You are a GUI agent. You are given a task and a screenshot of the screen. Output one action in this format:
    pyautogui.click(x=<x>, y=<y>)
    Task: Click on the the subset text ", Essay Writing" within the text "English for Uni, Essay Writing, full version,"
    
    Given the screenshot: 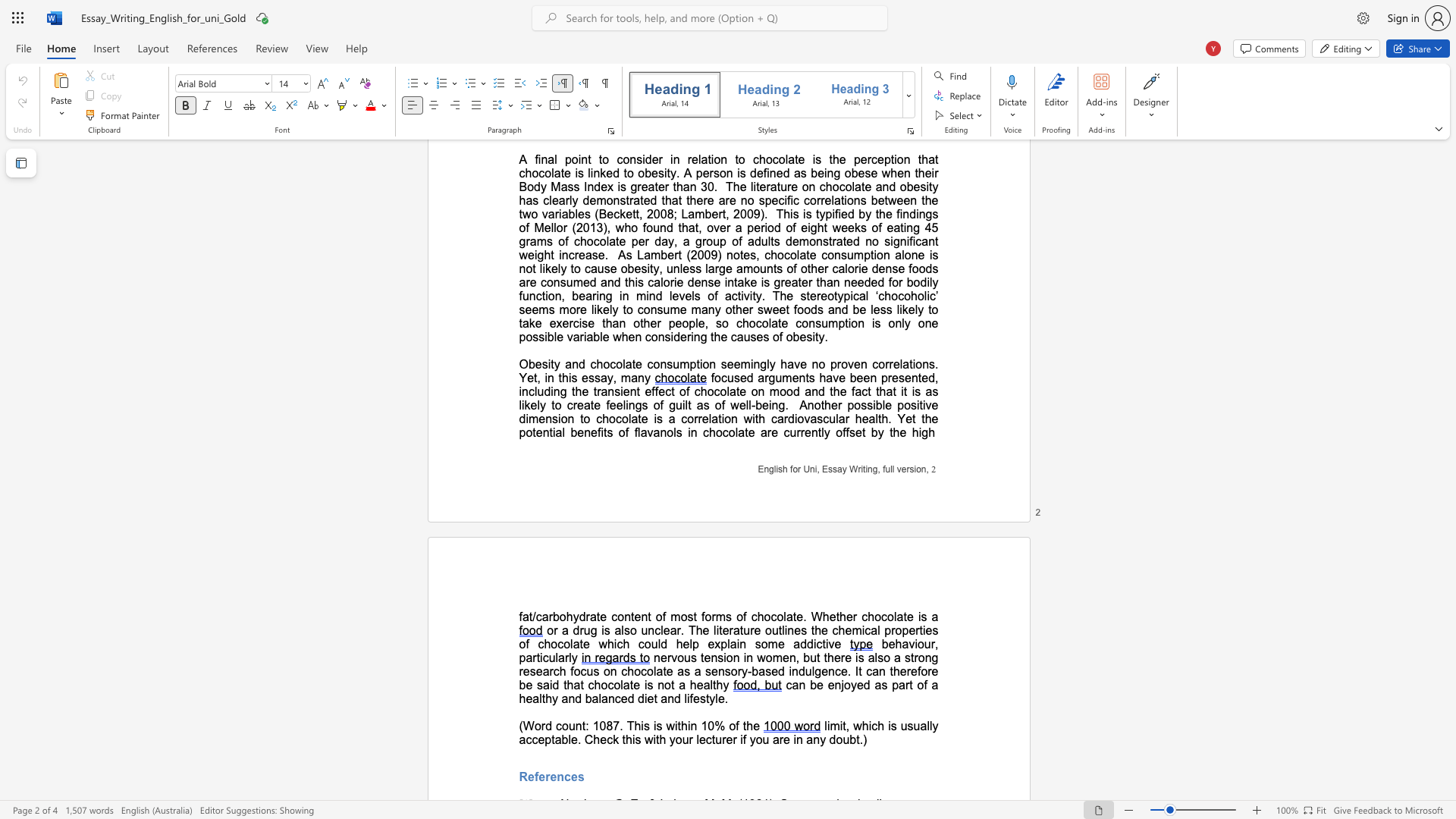 What is the action you would take?
    pyautogui.click(x=816, y=468)
    